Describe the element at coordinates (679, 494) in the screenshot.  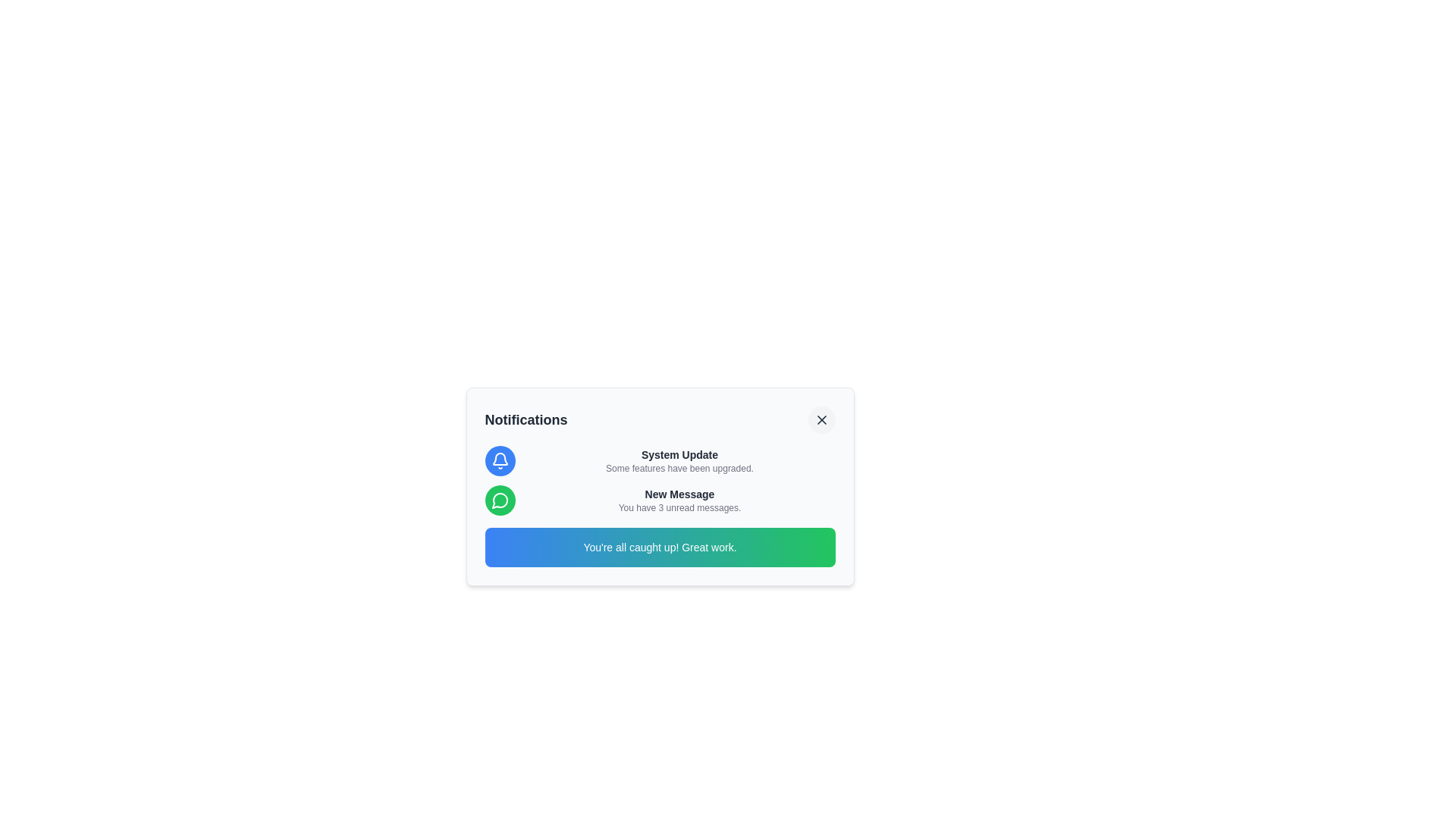
I see `the text label that serves as the title for the second notification in the notifications popup, which summarizes the notification's content` at that location.